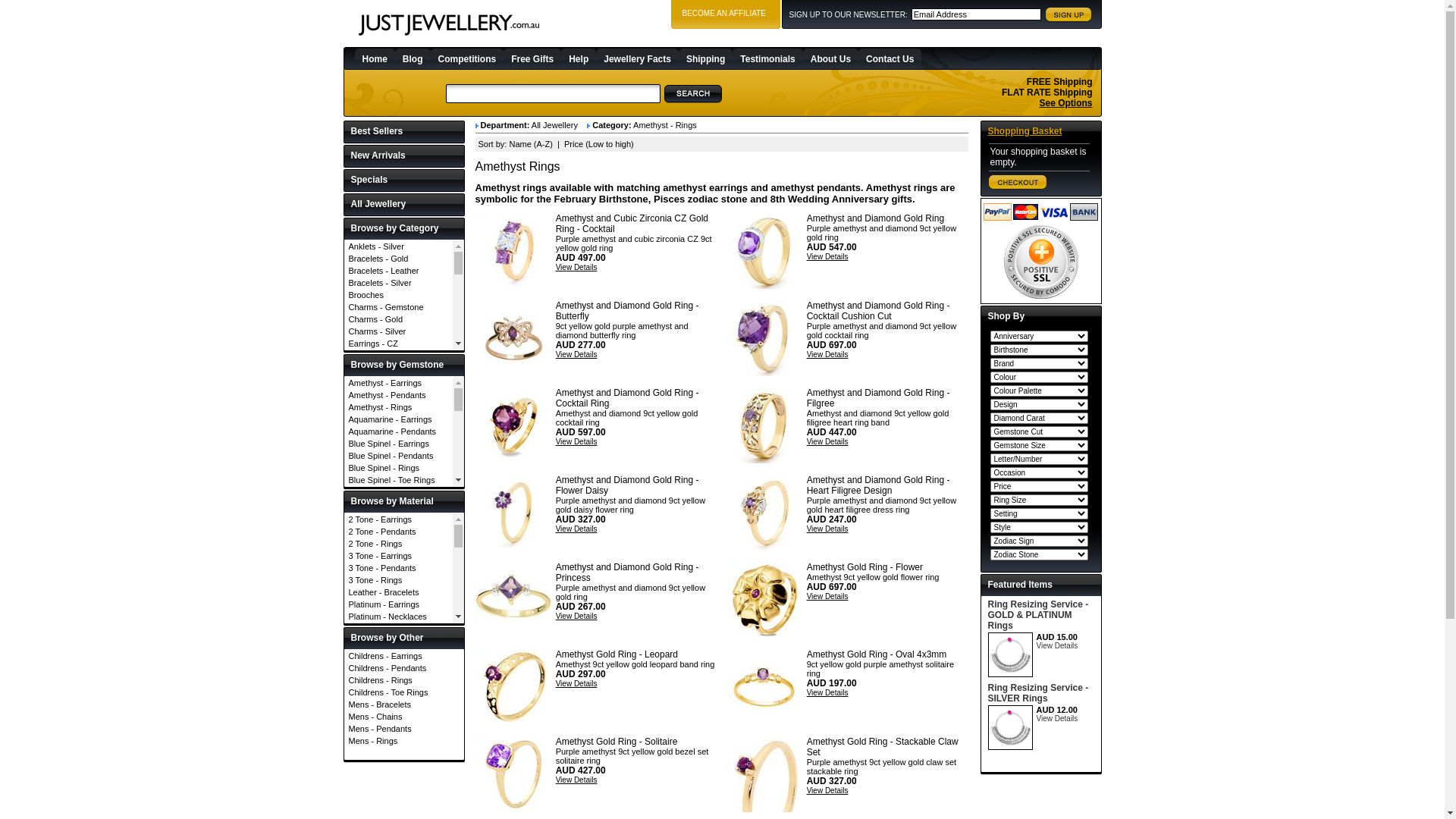 The image size is (1456, 819). I want to click on 'Diamond - Necklaces', so click(398, 626).